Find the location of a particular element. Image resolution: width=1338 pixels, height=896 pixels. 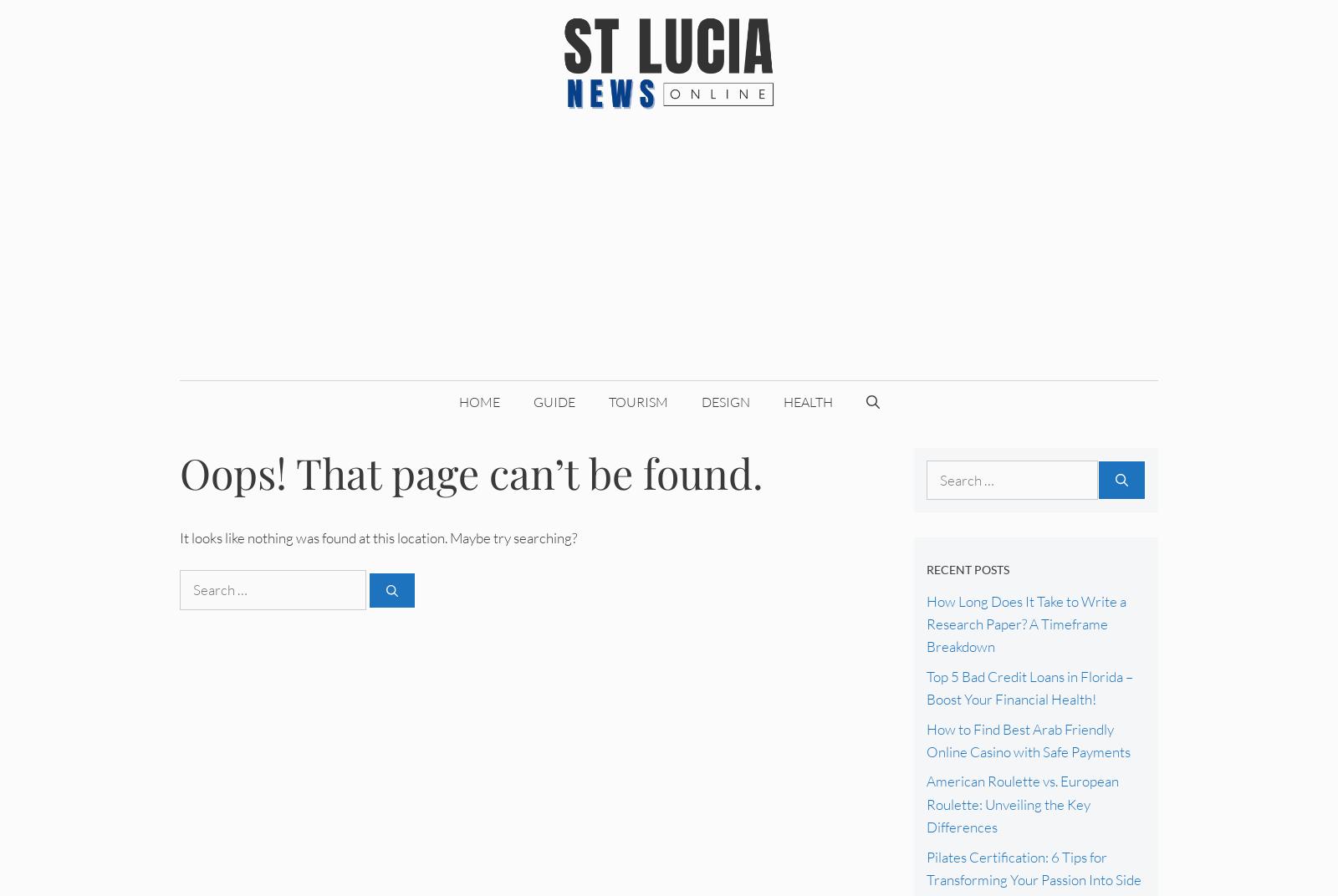

'Tourism' is located at coordinates (637, 401).